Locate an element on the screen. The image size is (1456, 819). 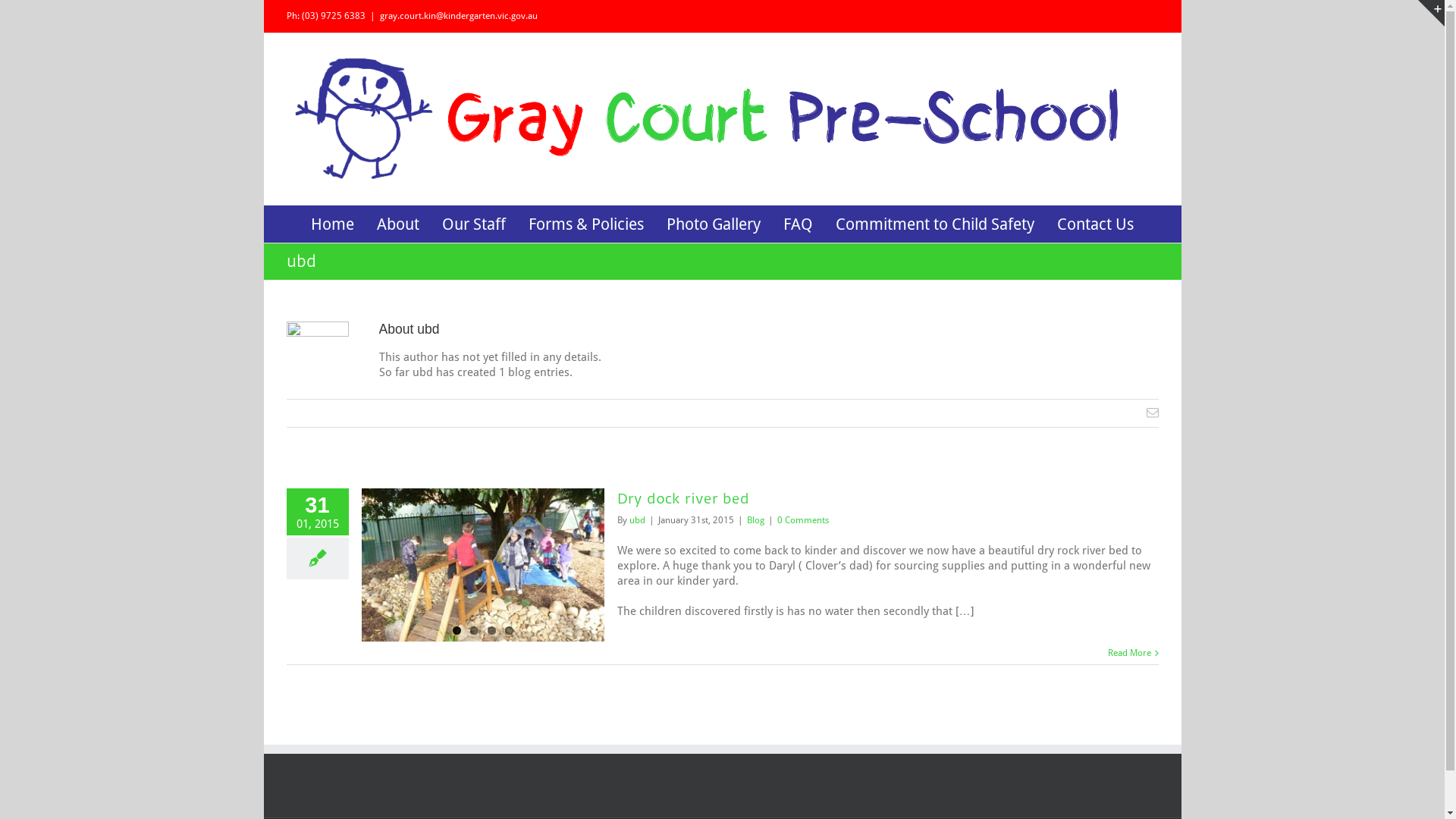
'ubd' is located at coordinates (637, 519).